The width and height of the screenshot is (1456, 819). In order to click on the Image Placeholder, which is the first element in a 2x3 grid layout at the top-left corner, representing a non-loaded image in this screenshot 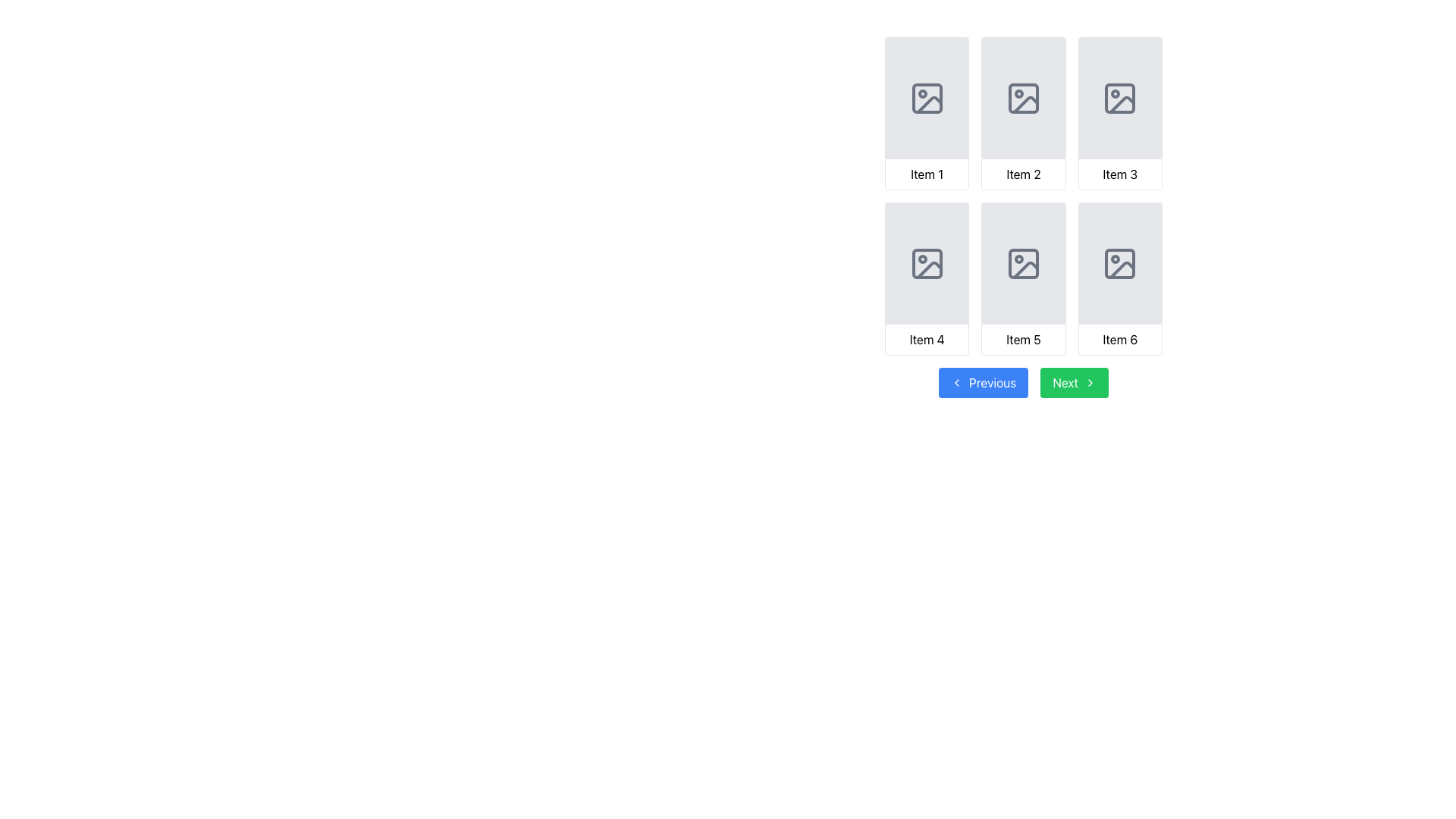, I will do `click(926, 99)`.